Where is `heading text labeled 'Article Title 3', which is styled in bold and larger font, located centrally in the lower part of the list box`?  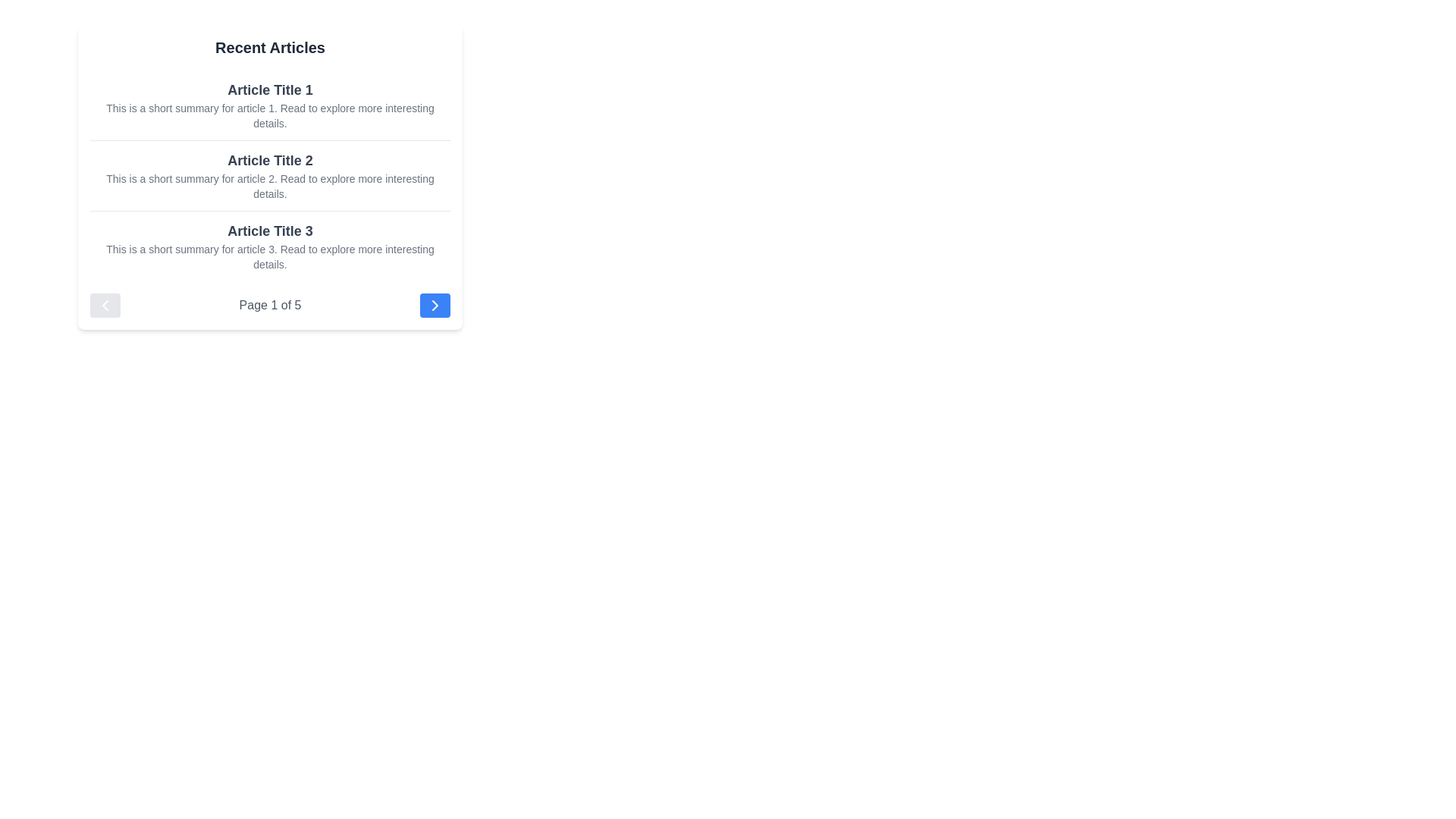
heading text labeled 'Article Title 3', which is styled in bold and larger font, located centrally in the lower part of the list box is located at coordinates (270, 231).